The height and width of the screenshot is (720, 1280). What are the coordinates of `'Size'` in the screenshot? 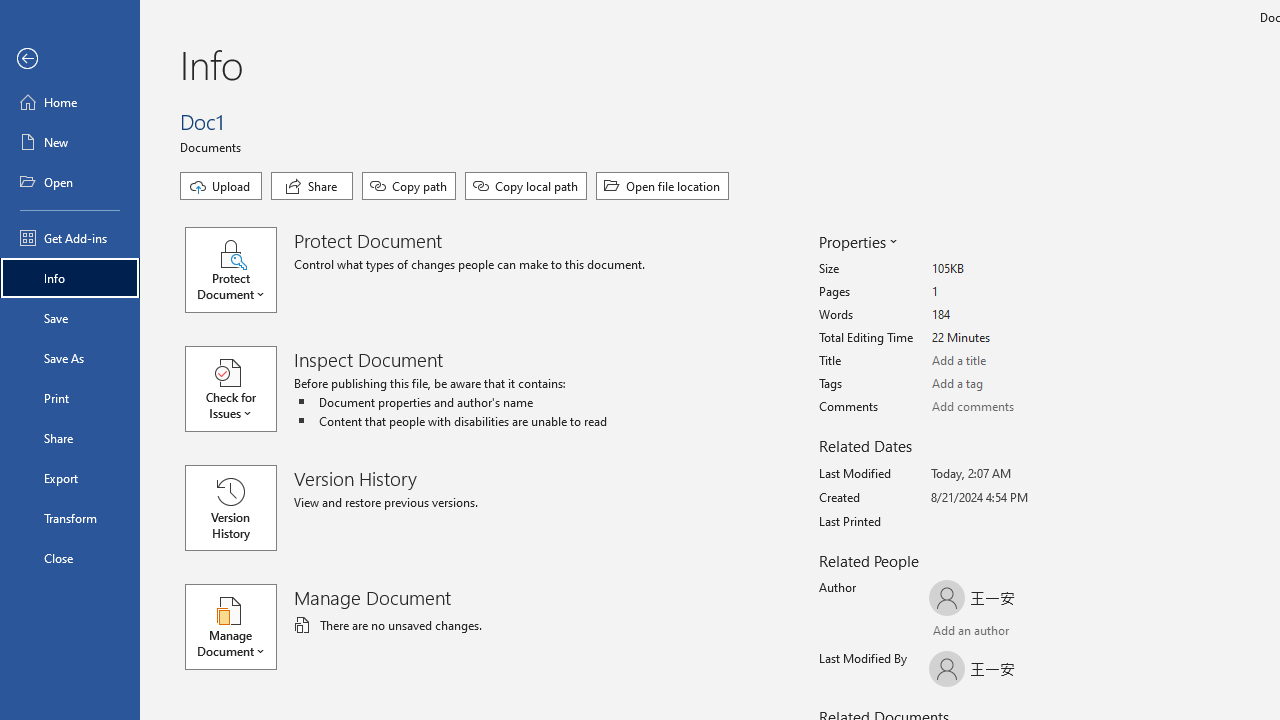 It's located at (1006, 268).